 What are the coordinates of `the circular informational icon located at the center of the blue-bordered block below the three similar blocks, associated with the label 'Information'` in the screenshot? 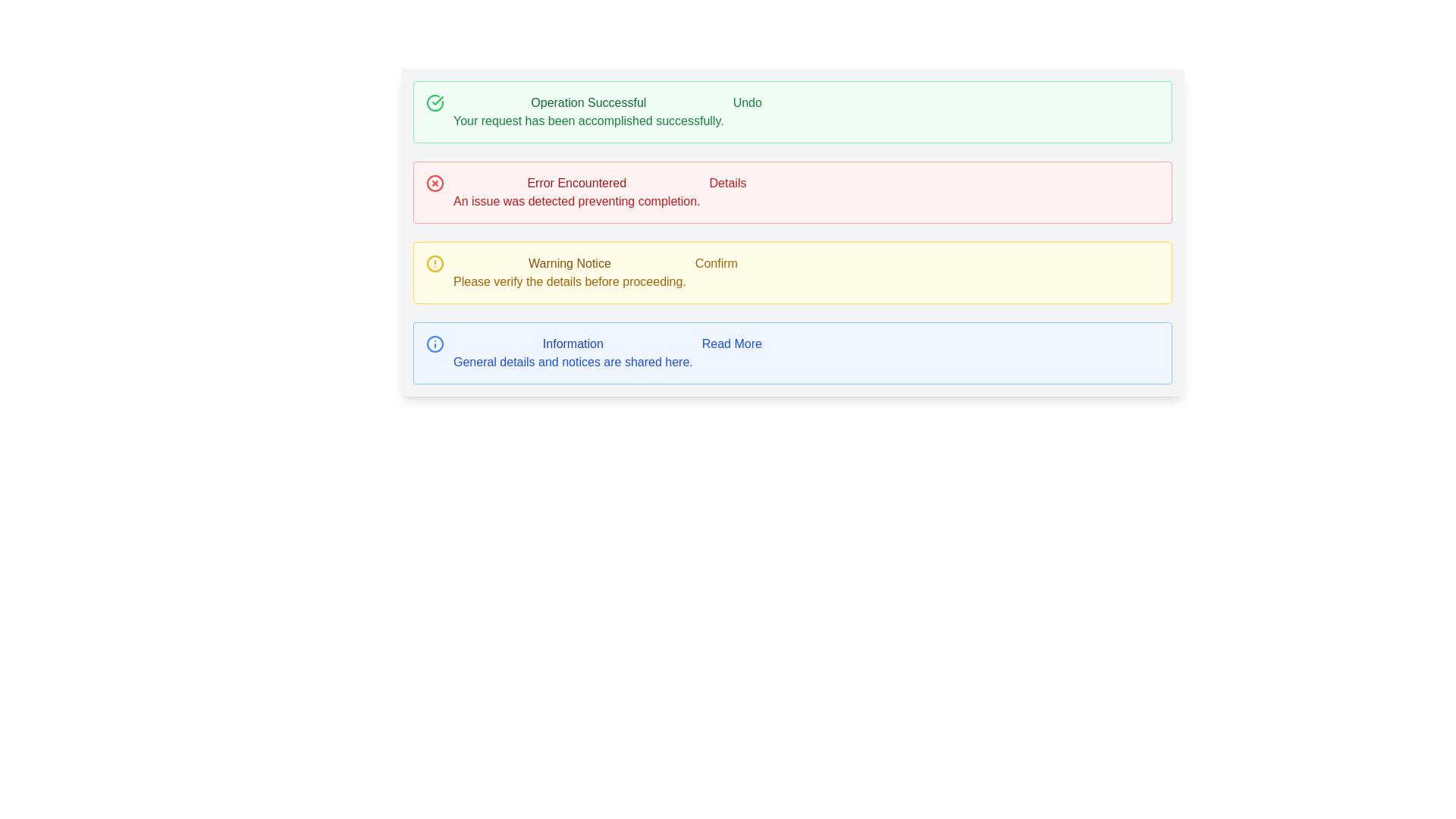 It's located at (435, 344).